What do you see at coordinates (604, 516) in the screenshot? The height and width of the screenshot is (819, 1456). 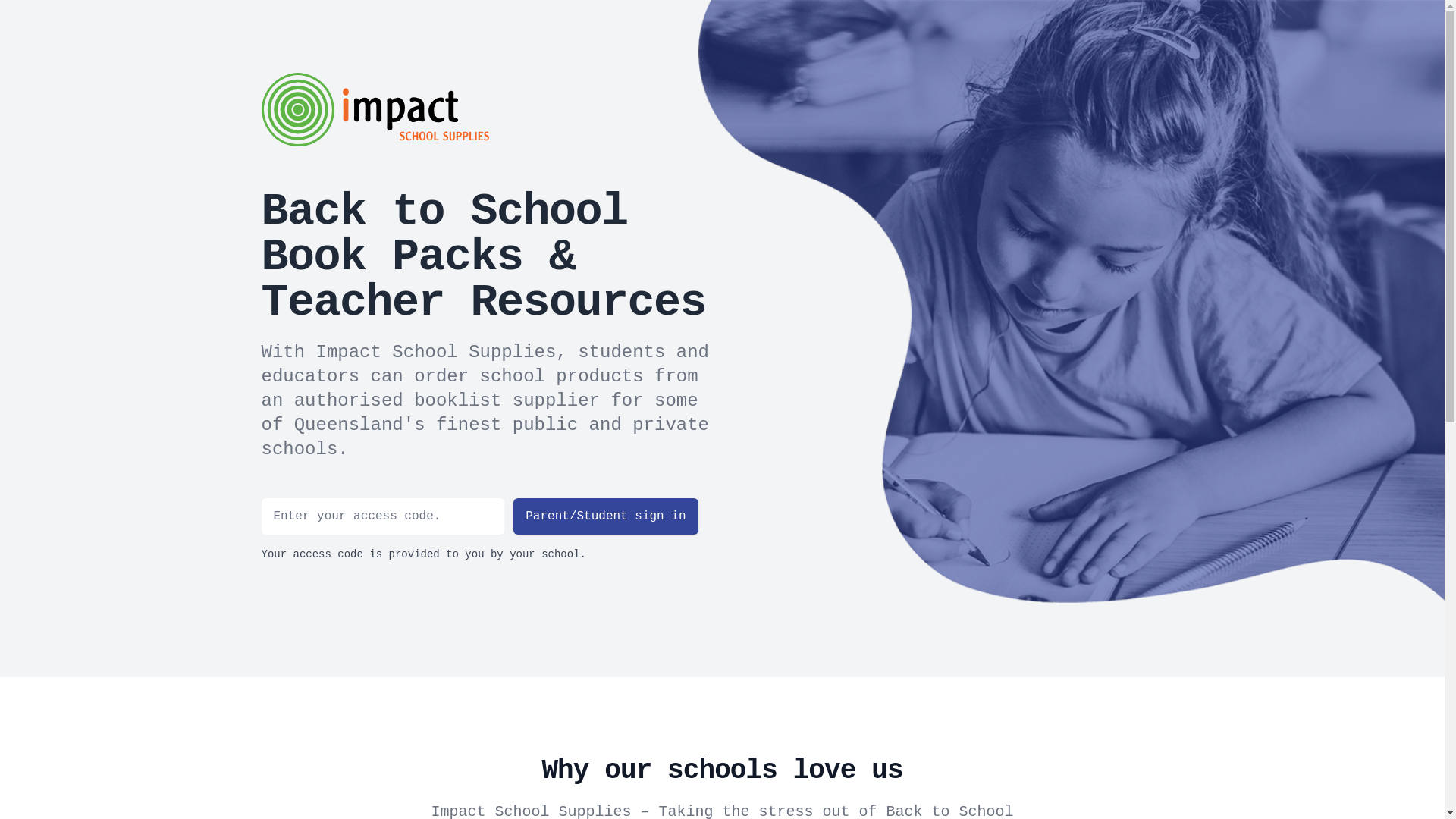 I see `'Parent/Student sign in'` at bounding box center [604, 516].